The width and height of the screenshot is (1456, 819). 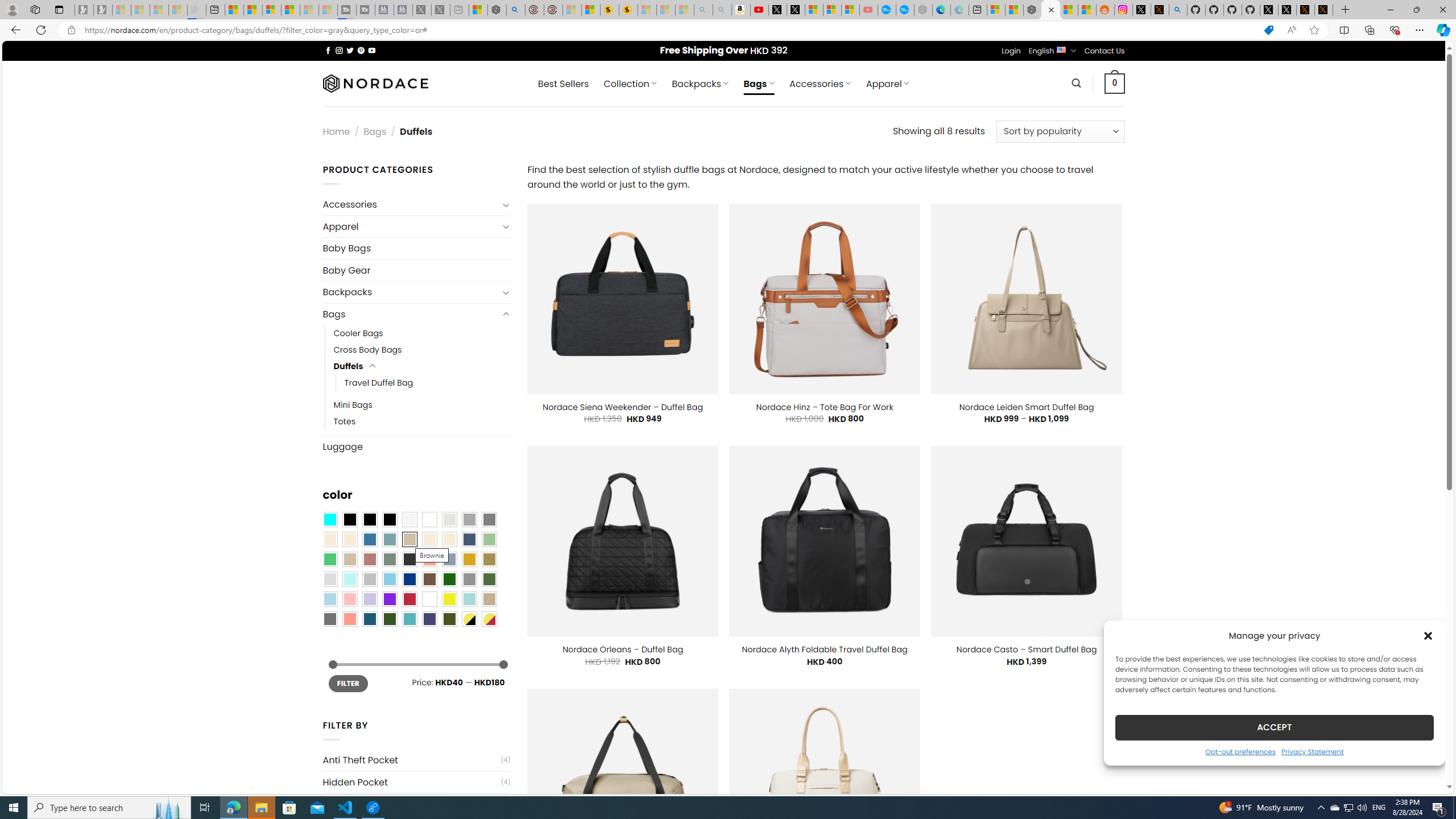 I want to click on 'Yellow', so click(x=449, y=599).